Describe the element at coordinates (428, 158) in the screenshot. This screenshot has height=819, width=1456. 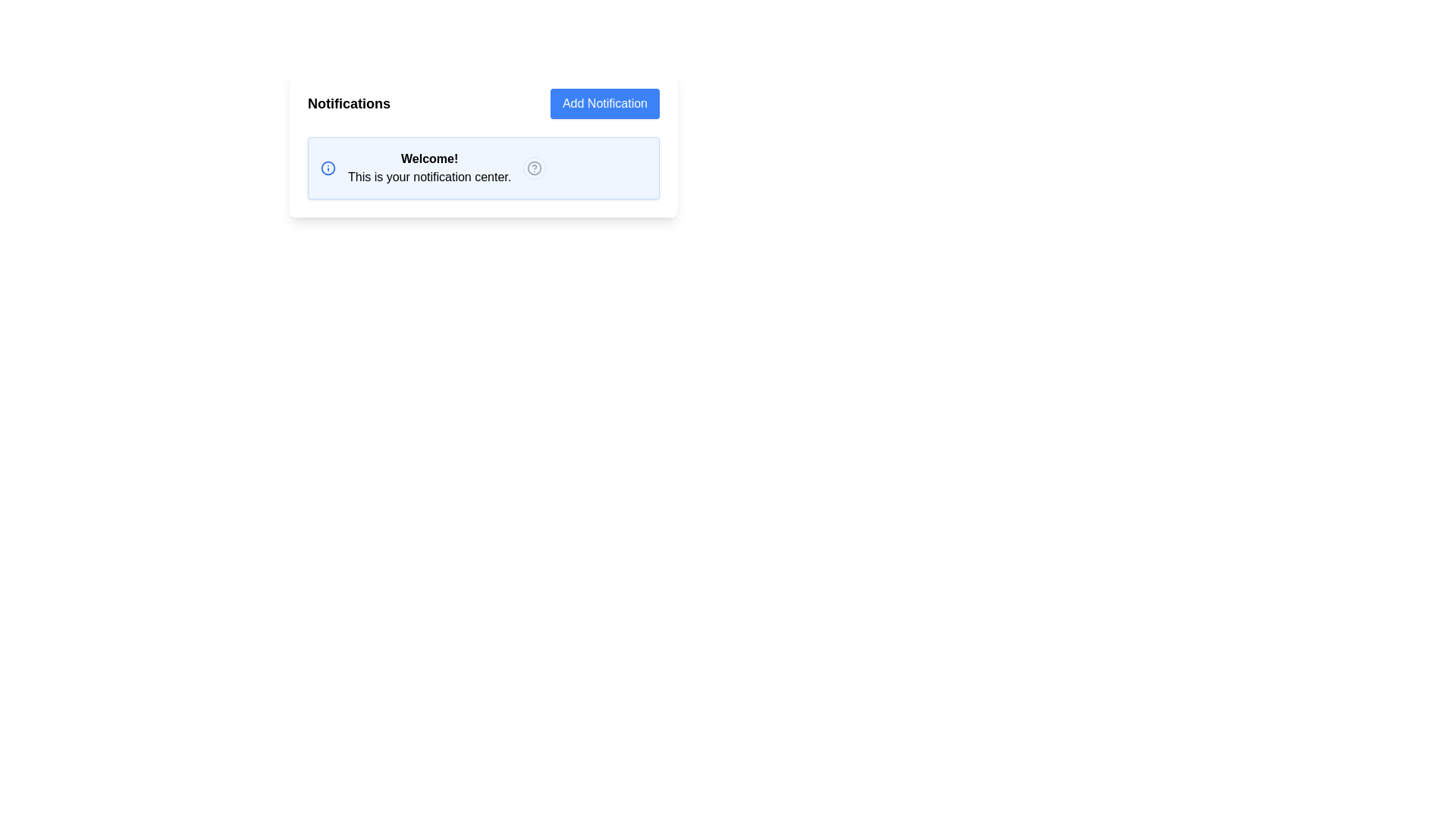
I see `the bold-styled static text saying 'Welcome!' at the start of the notification card` at that location.